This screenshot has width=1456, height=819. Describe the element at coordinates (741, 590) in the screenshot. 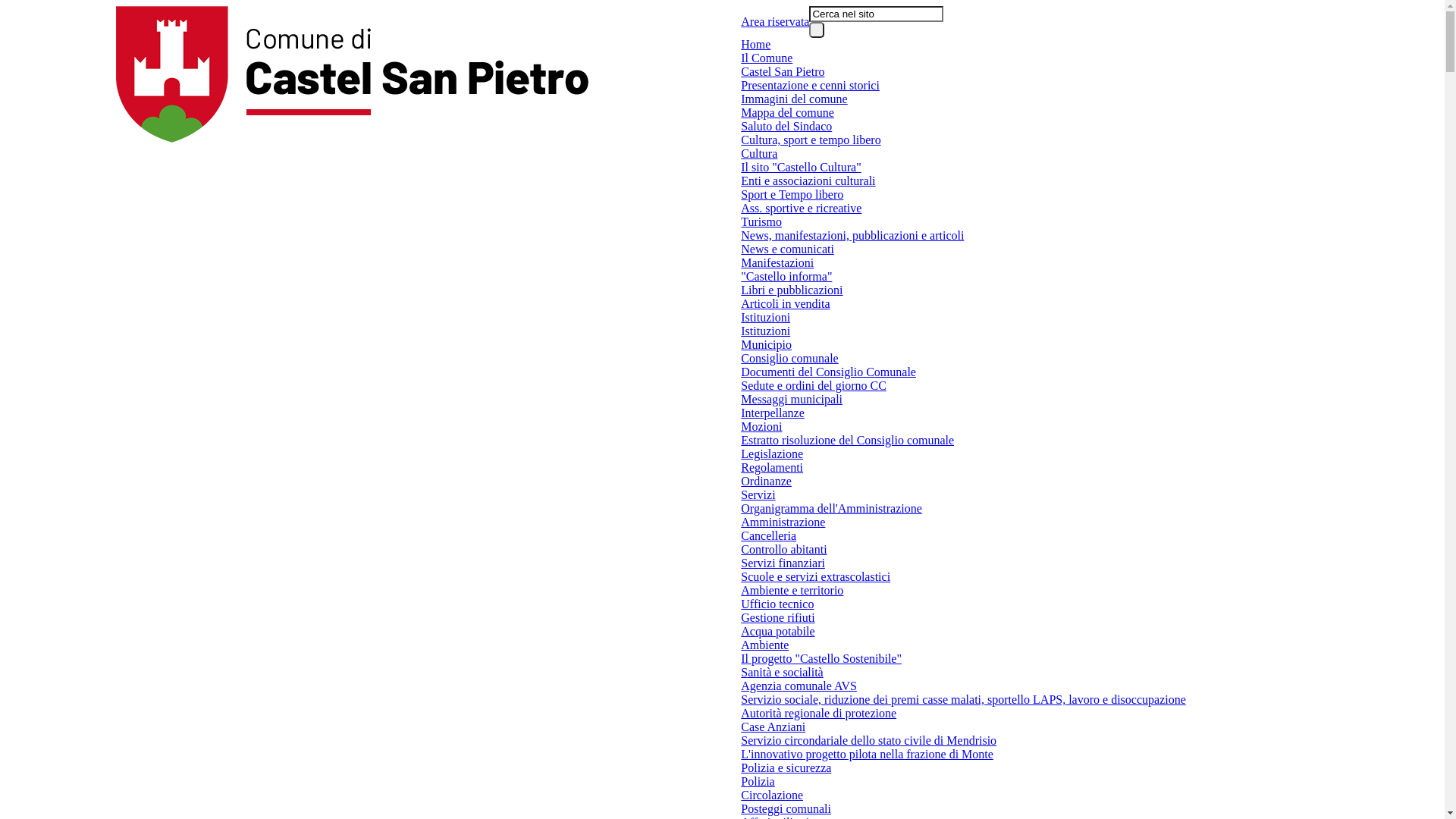

I see `'Ambiente e territorio'` at that location.